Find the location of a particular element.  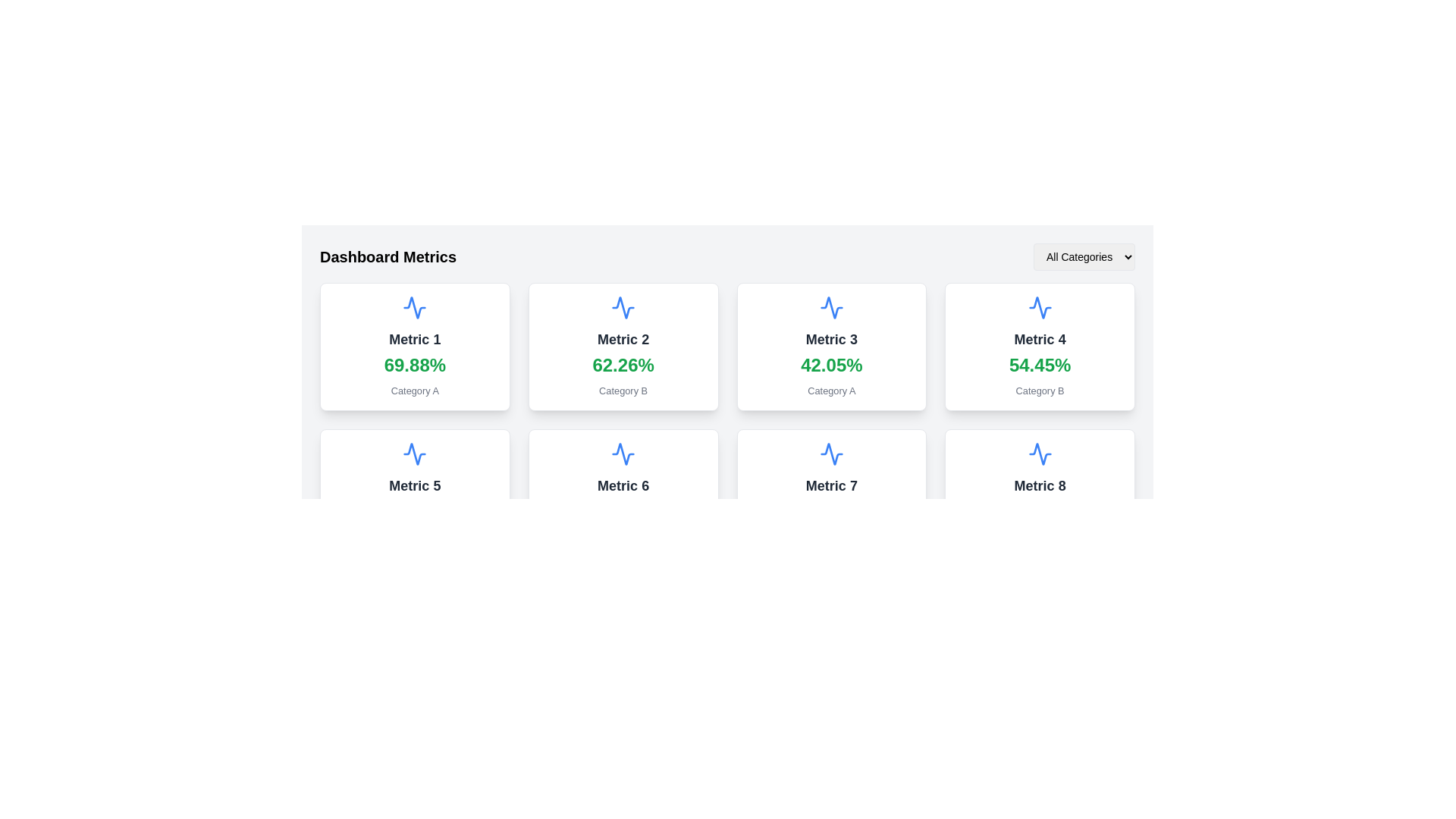

the fourth card component in the grid layout that displays a percentage value for 'Category B' is located at coordinates (1039, 347).